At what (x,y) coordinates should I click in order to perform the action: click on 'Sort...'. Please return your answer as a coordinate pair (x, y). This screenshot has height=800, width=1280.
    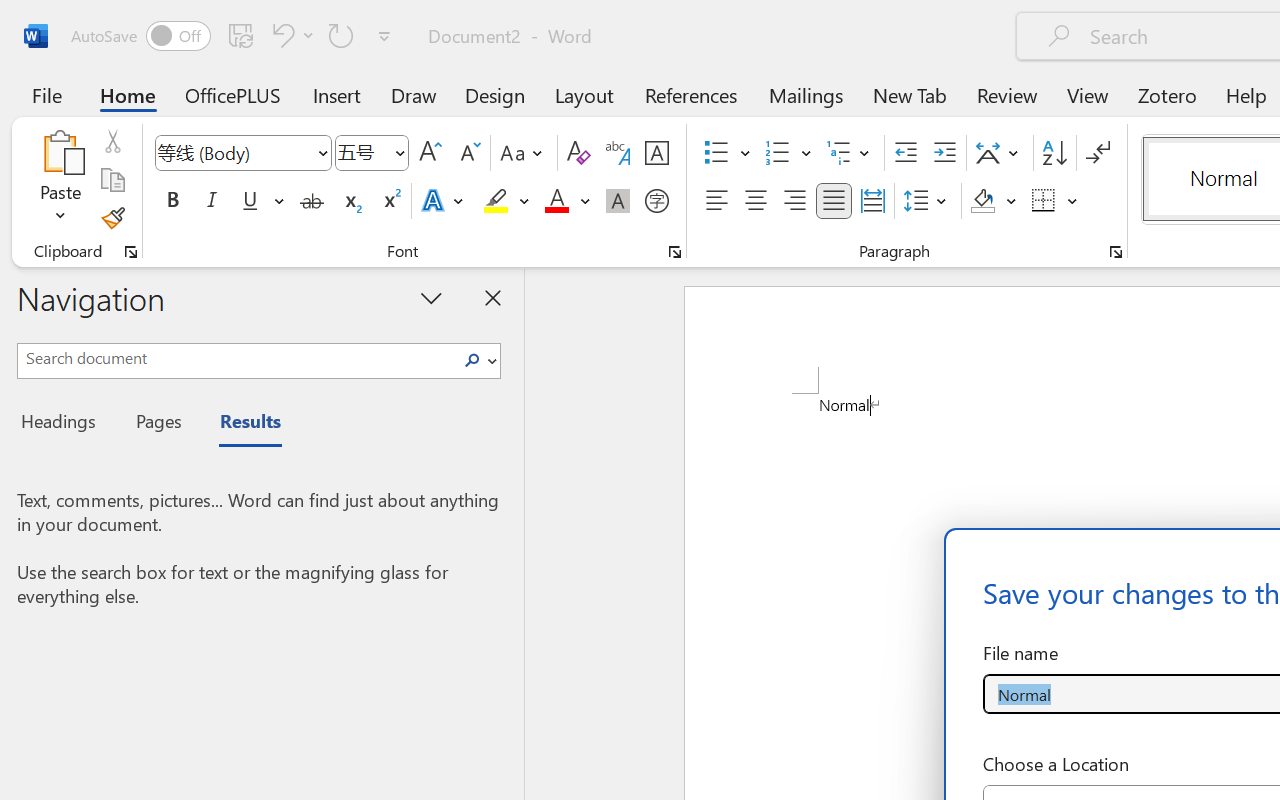
    Looking at the image, I should click on (1053, 153).